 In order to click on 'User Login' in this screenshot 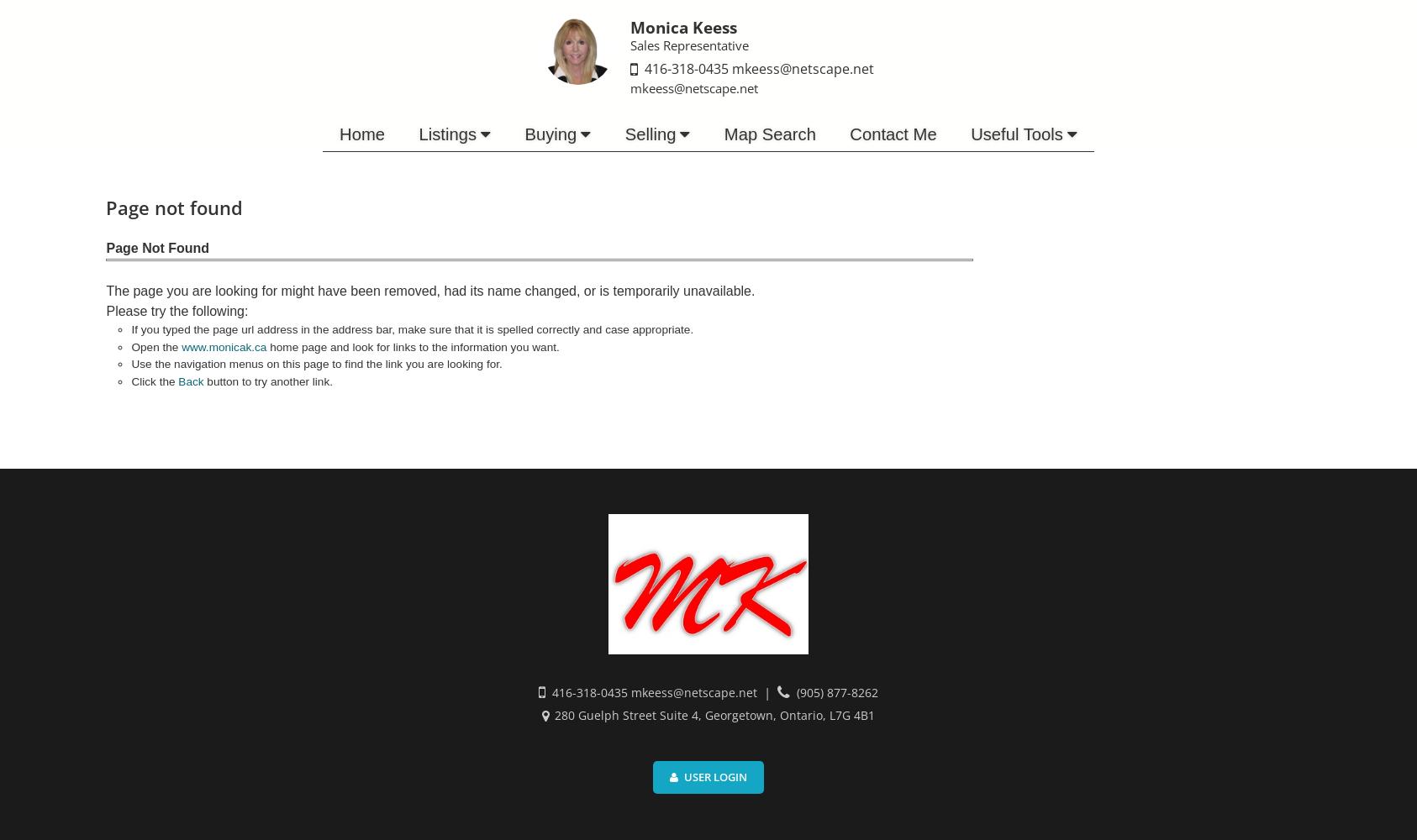, I will do `click(714, 776)`.